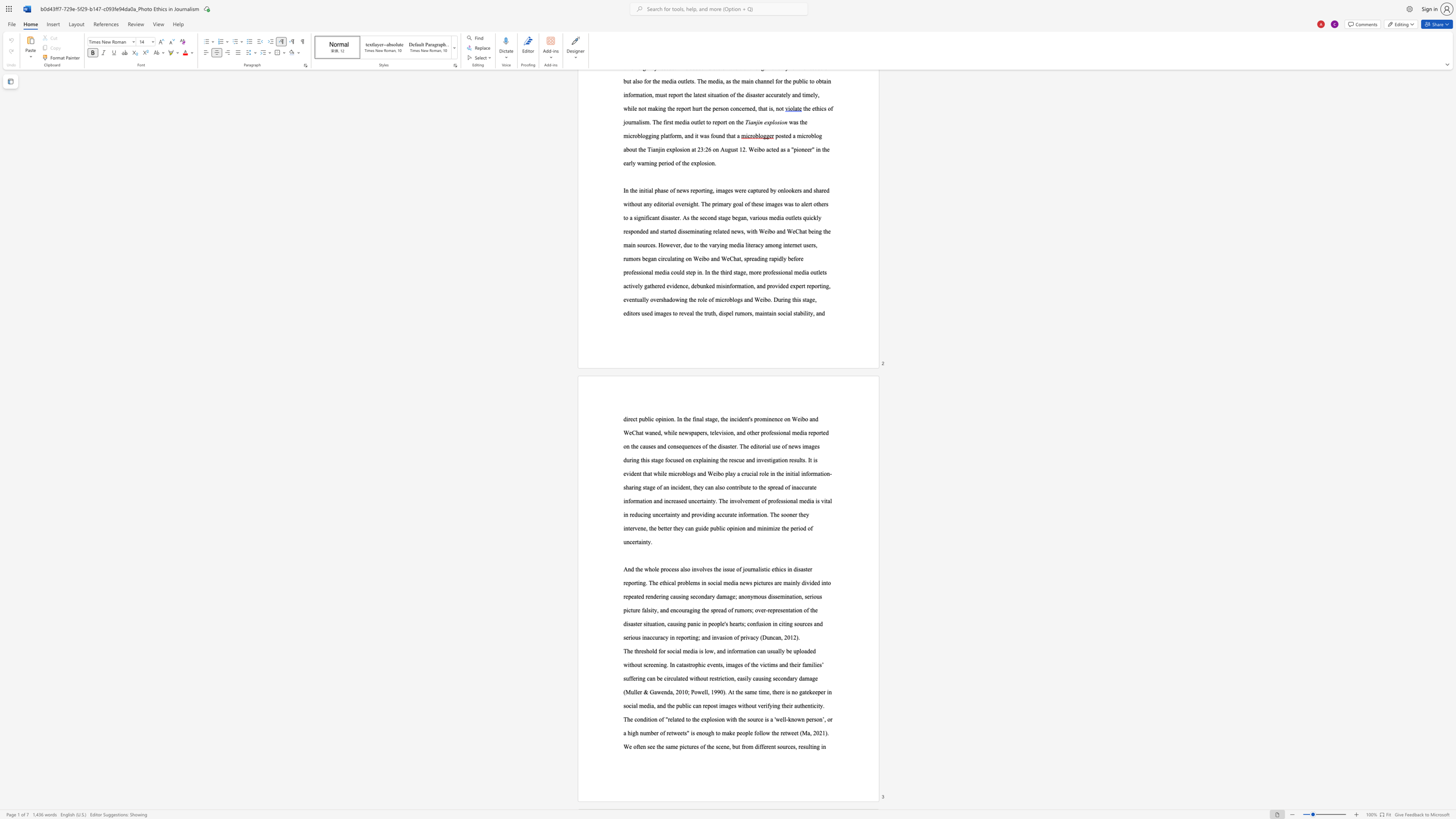 The image size is (1456, 819). What do you see at coordinates (747, 419) in the screenshot?
I see `the subset text "t" within the text "direct public opinion. In the final stage, the incident"` at bounding box center [747, 419].